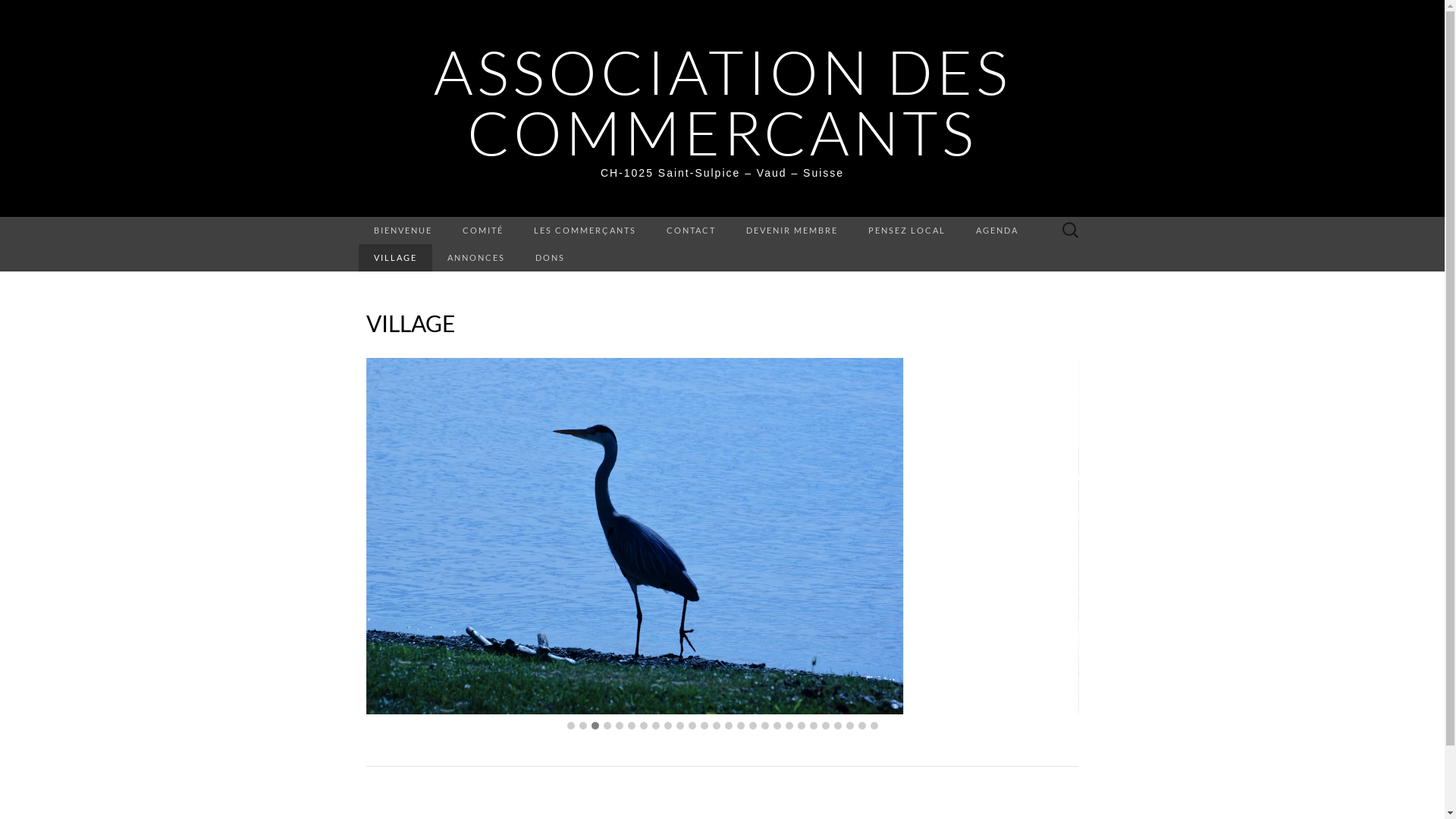  I want to click on 'AGENDA', so click(959, 231).